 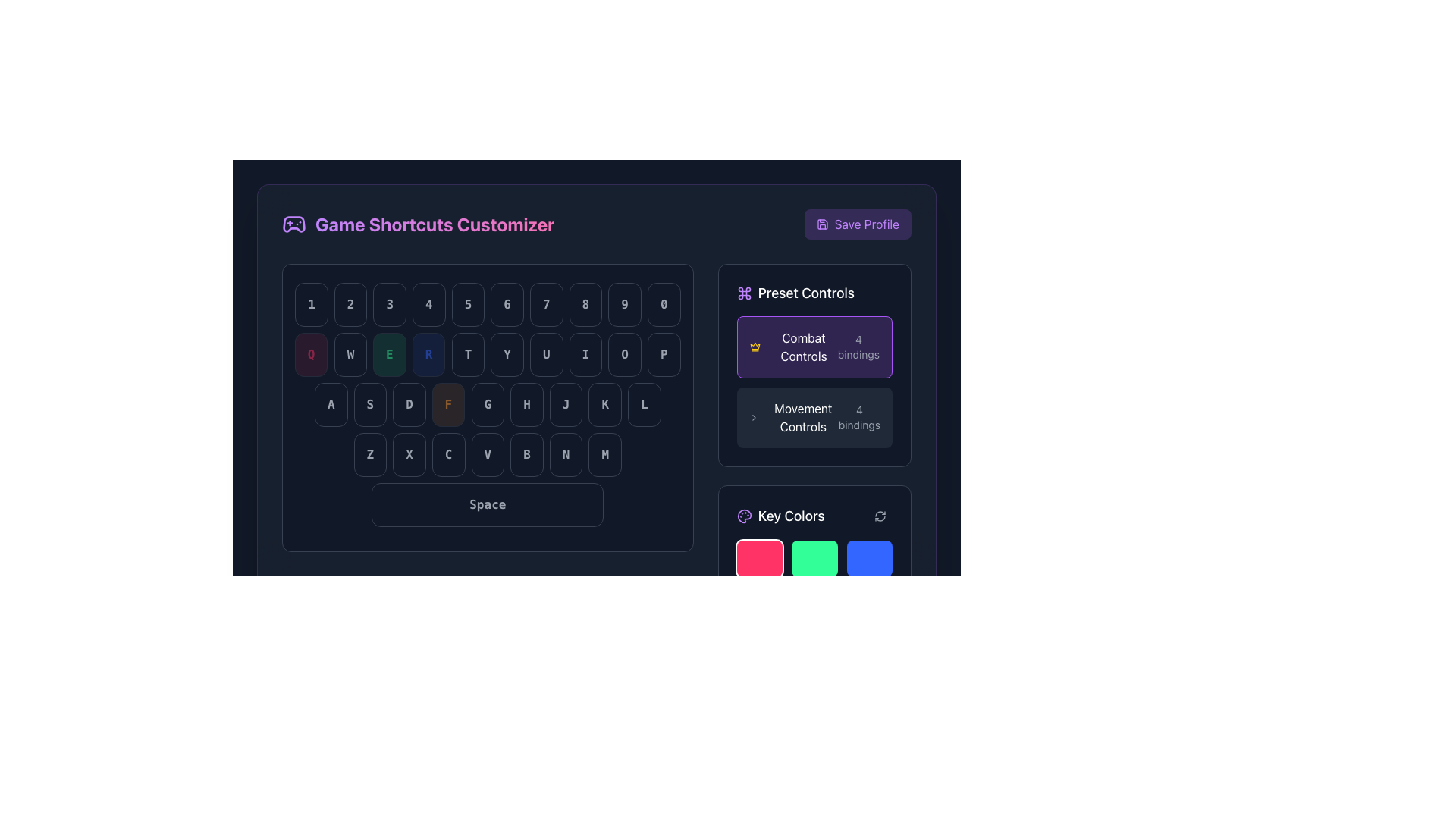 What do you see at coordinates (527, 403) in the screenshot?
I see `the button labeled 'H' which is the second button from the left in a row of similar buttons on a virtual keyboard interface` at bounding box center [527, 403].